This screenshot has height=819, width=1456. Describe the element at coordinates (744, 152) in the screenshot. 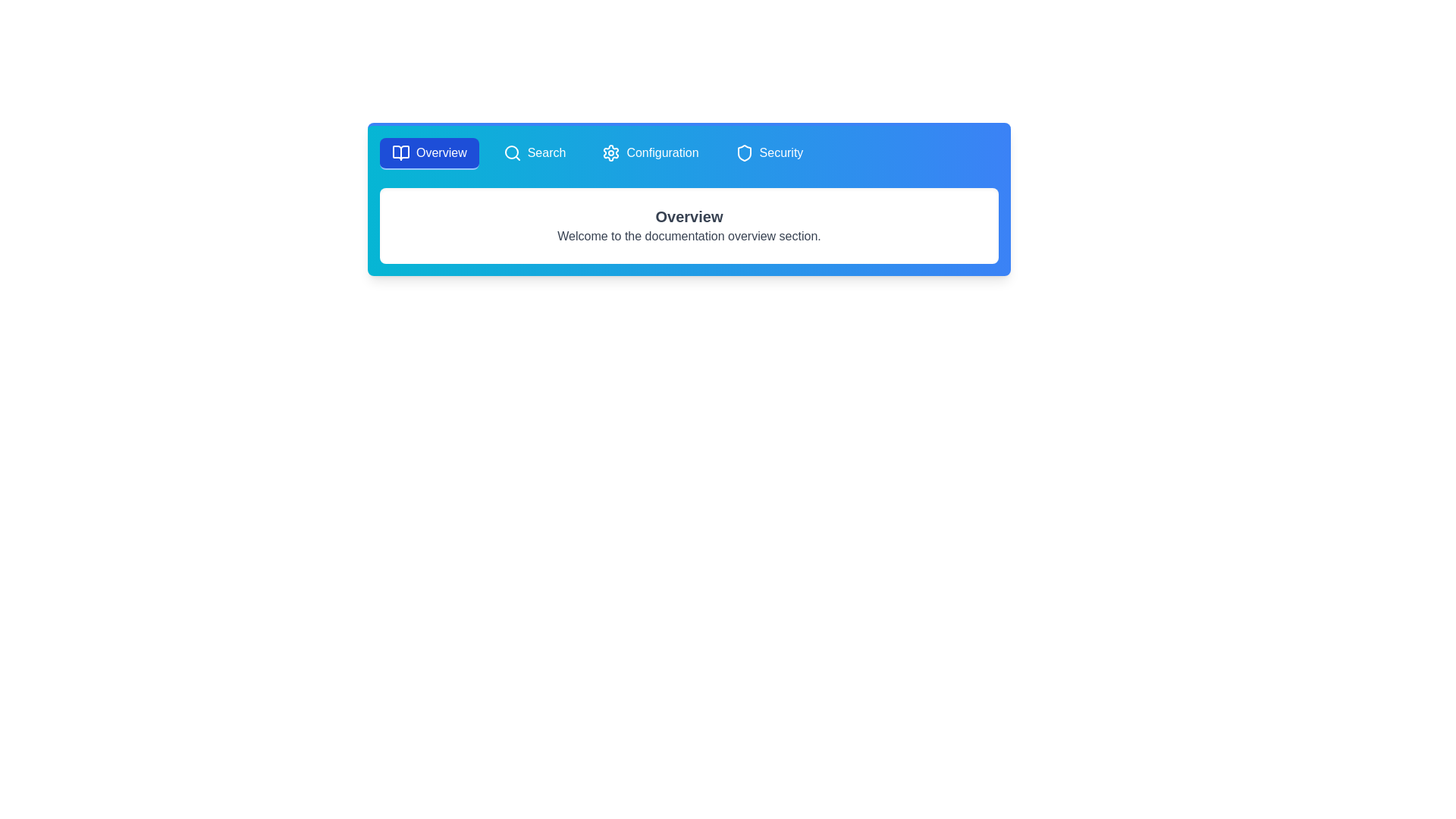

I see `the blue shield icon located in the top navigation bar, which is positioned to the right of the 'Configuration' section and near the 'Security' label` at that location.